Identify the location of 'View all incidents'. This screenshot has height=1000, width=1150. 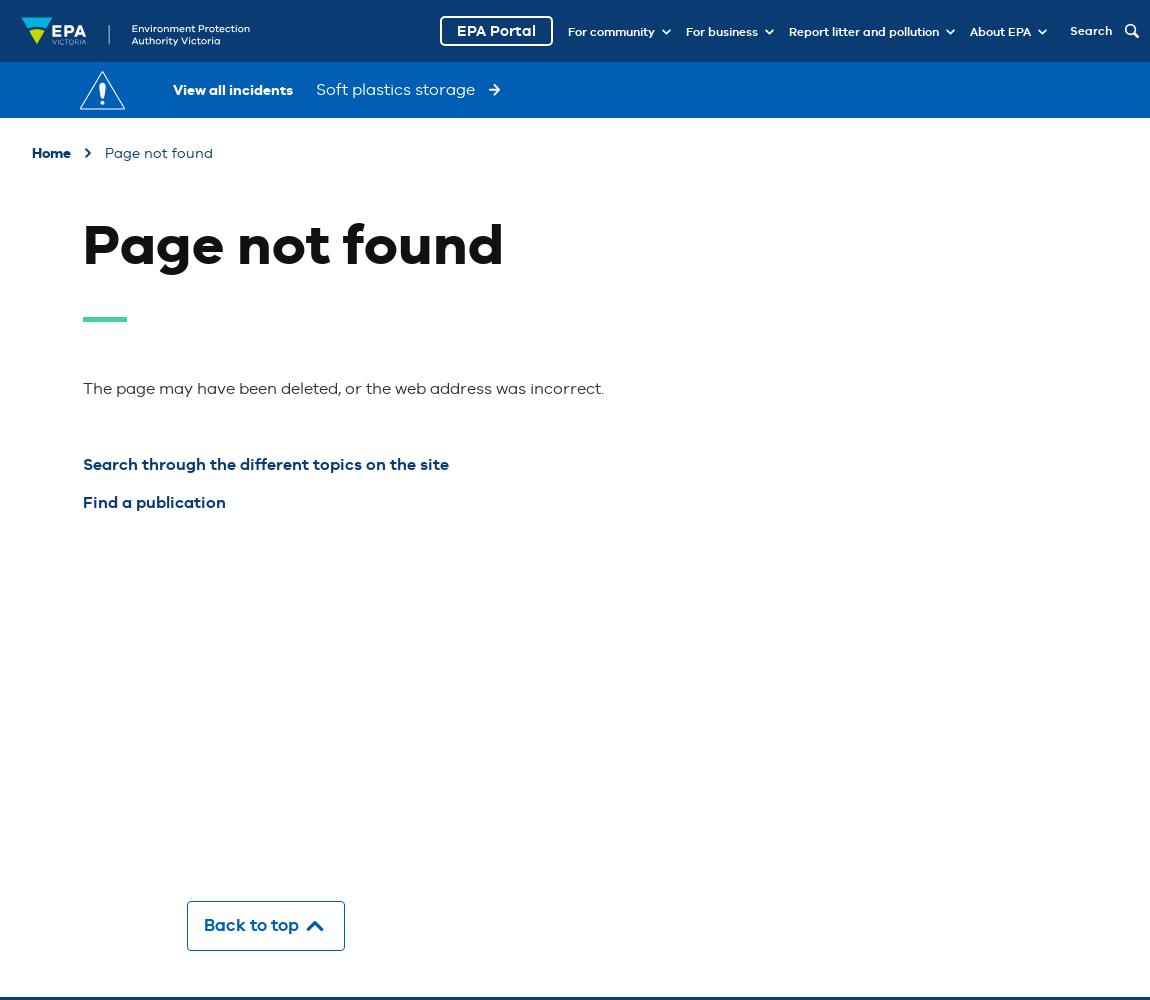
(233, 89).